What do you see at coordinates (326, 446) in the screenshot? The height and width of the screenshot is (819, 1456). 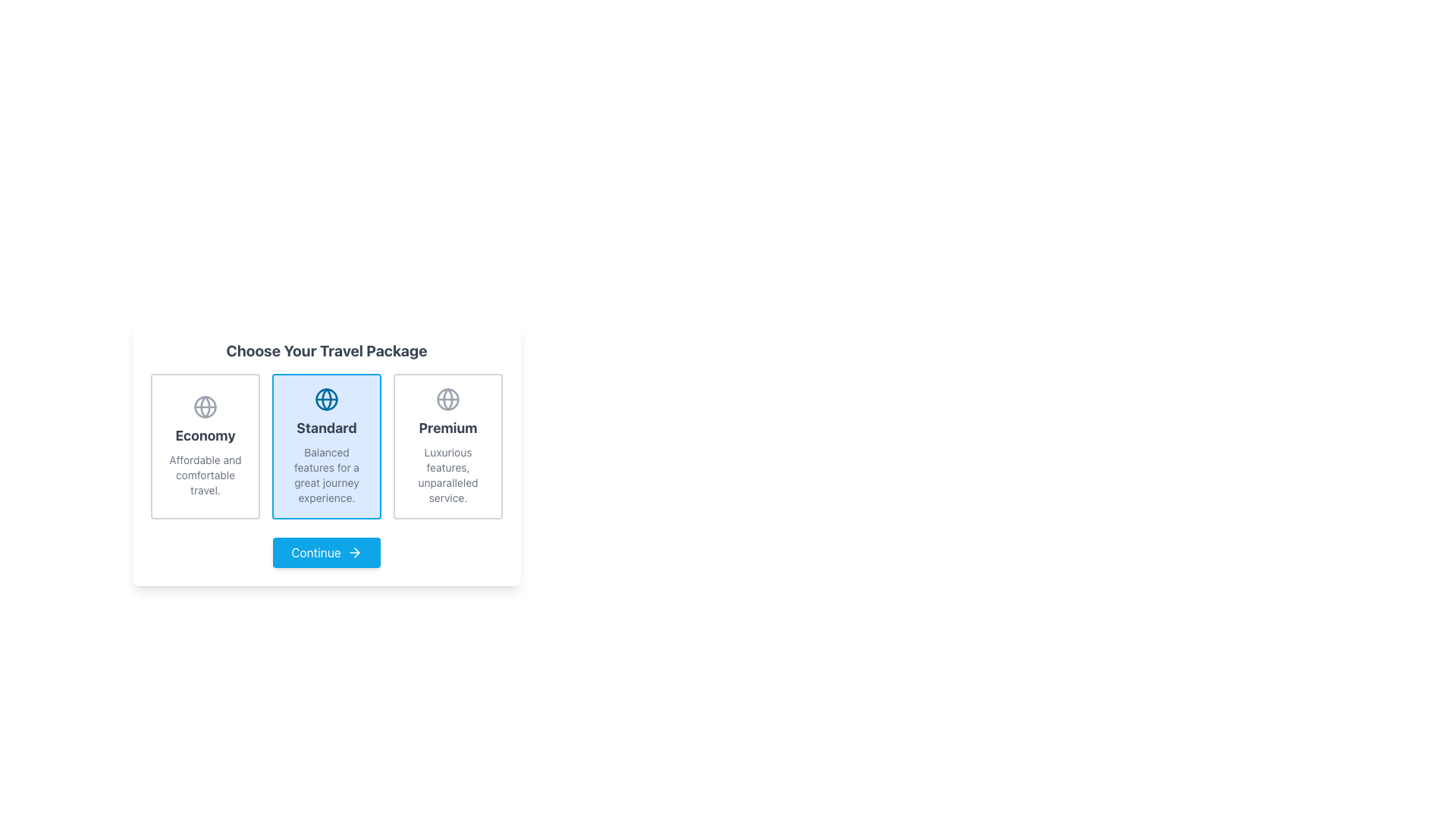 I see `to select the 'Standard' package card, which is the second card in a three-card layout with a light blue background and contains the heading 'Standard' in bold dark gray text` at bounding box center [326, 446].